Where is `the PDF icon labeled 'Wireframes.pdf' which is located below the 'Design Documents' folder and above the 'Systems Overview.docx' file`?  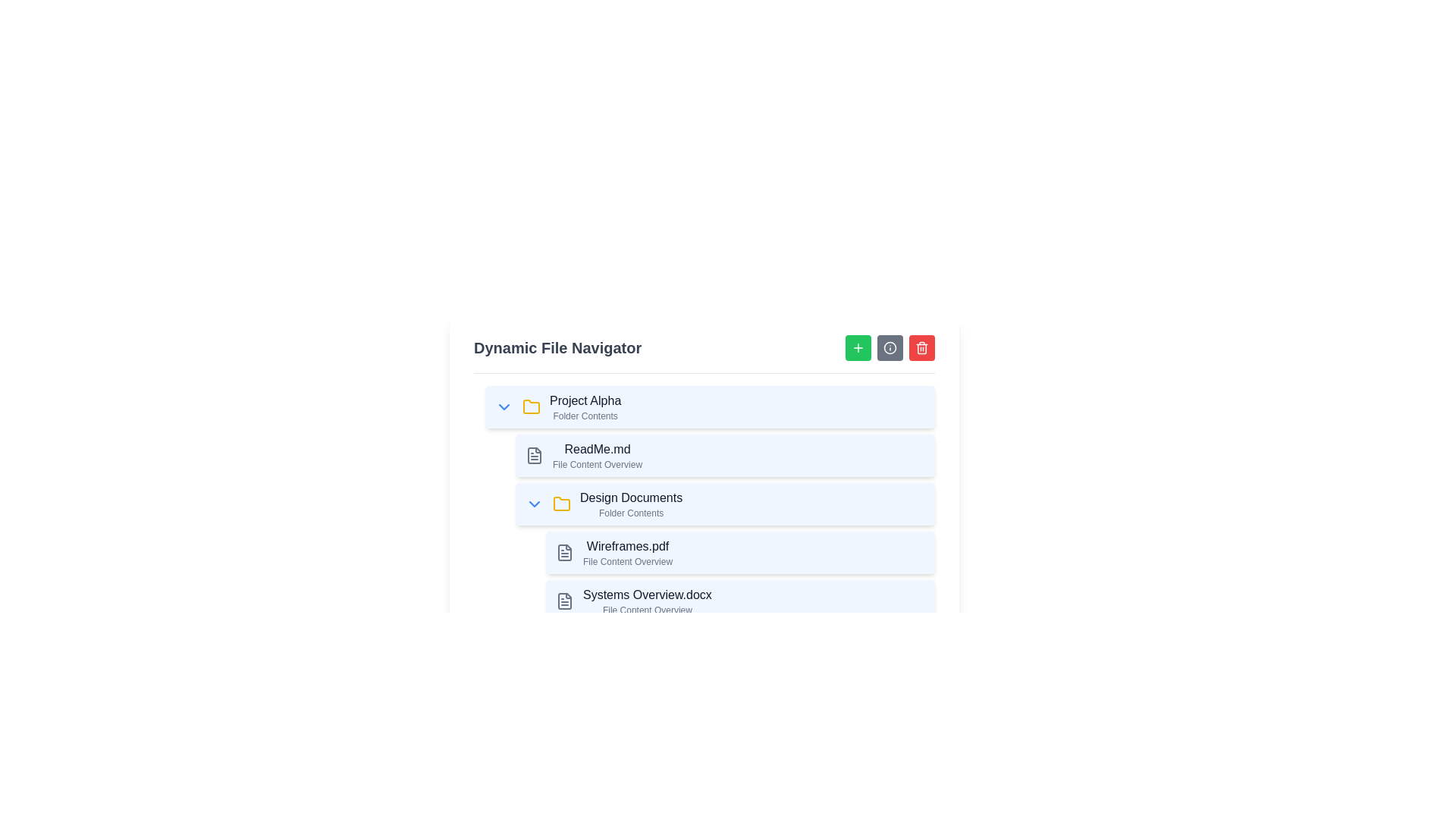
the PDF icon labeled 'Wireframes.pdf' which is located below the 'Design Documents' folder and above the 'Systems Overview.docx' file is located at coordinates (563, 553).